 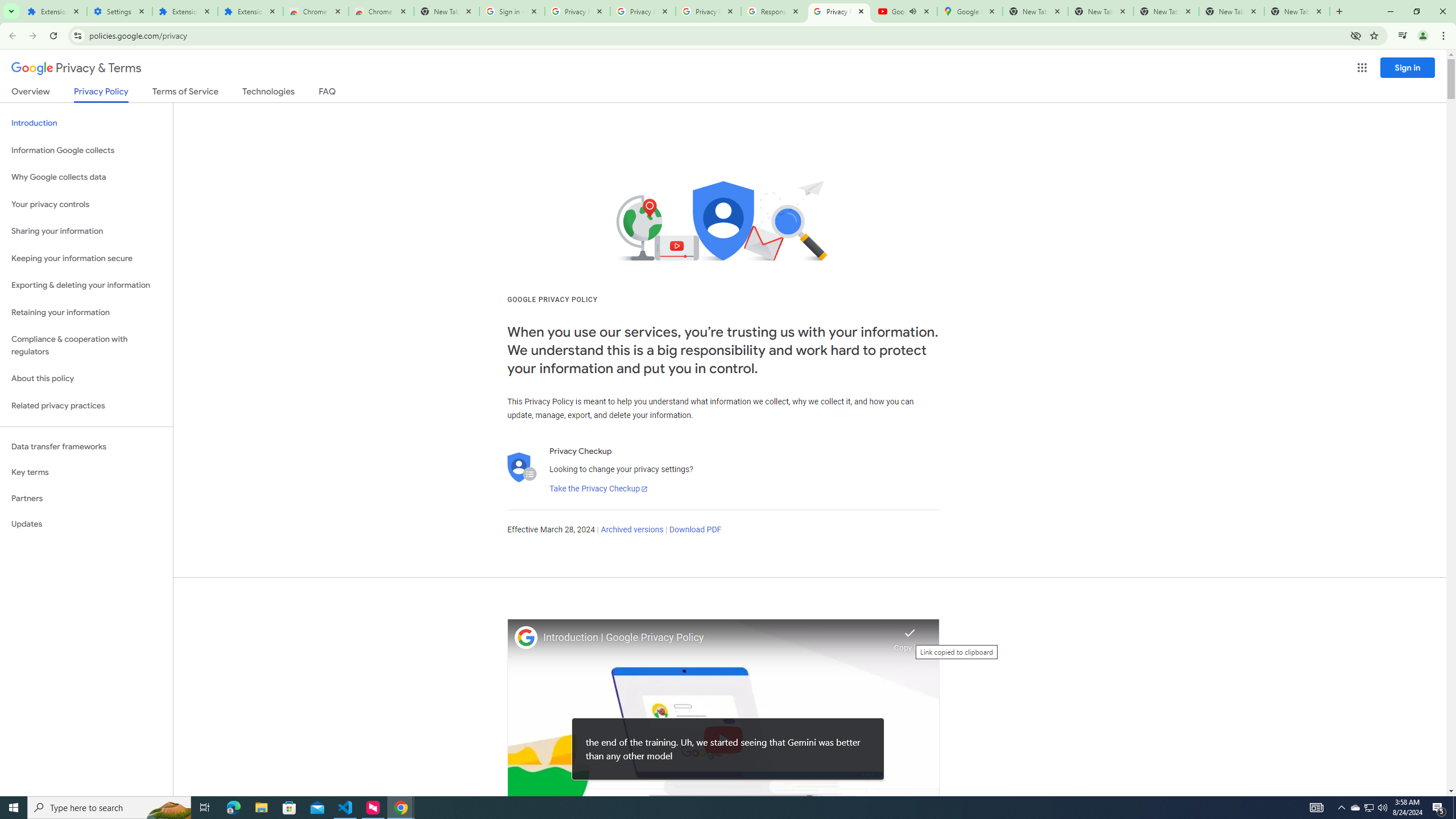 I want to click on 'Introduction', so click(x=86, y=122).